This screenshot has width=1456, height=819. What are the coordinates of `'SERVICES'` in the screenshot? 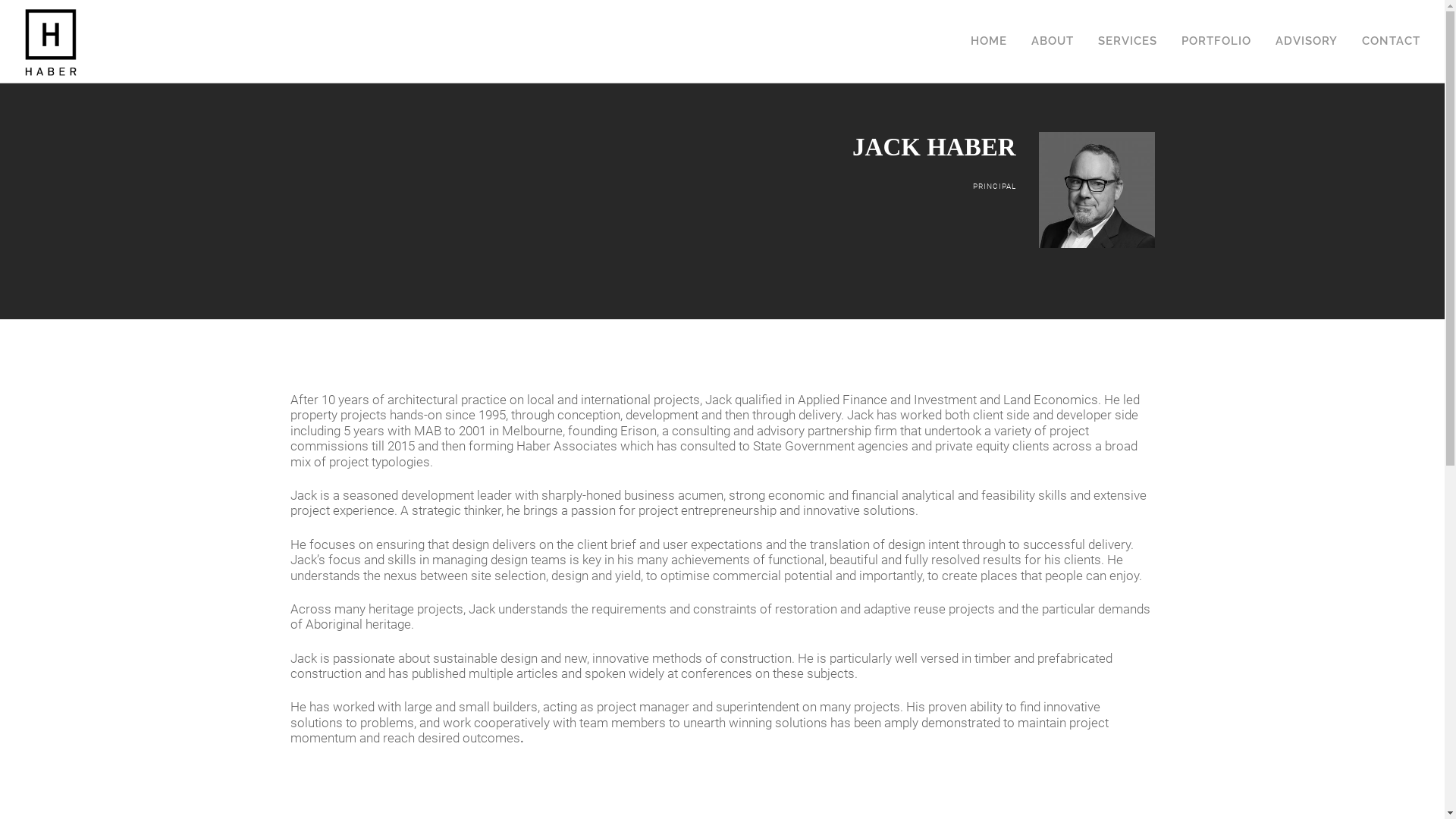 It's located at (1128, 20).